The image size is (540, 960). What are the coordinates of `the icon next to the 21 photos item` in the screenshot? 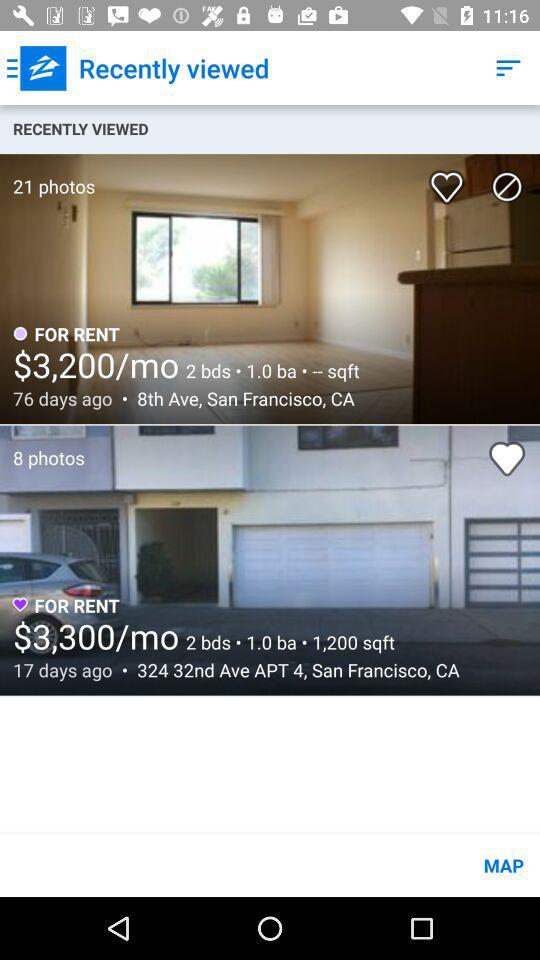 It's located at (450, 179).